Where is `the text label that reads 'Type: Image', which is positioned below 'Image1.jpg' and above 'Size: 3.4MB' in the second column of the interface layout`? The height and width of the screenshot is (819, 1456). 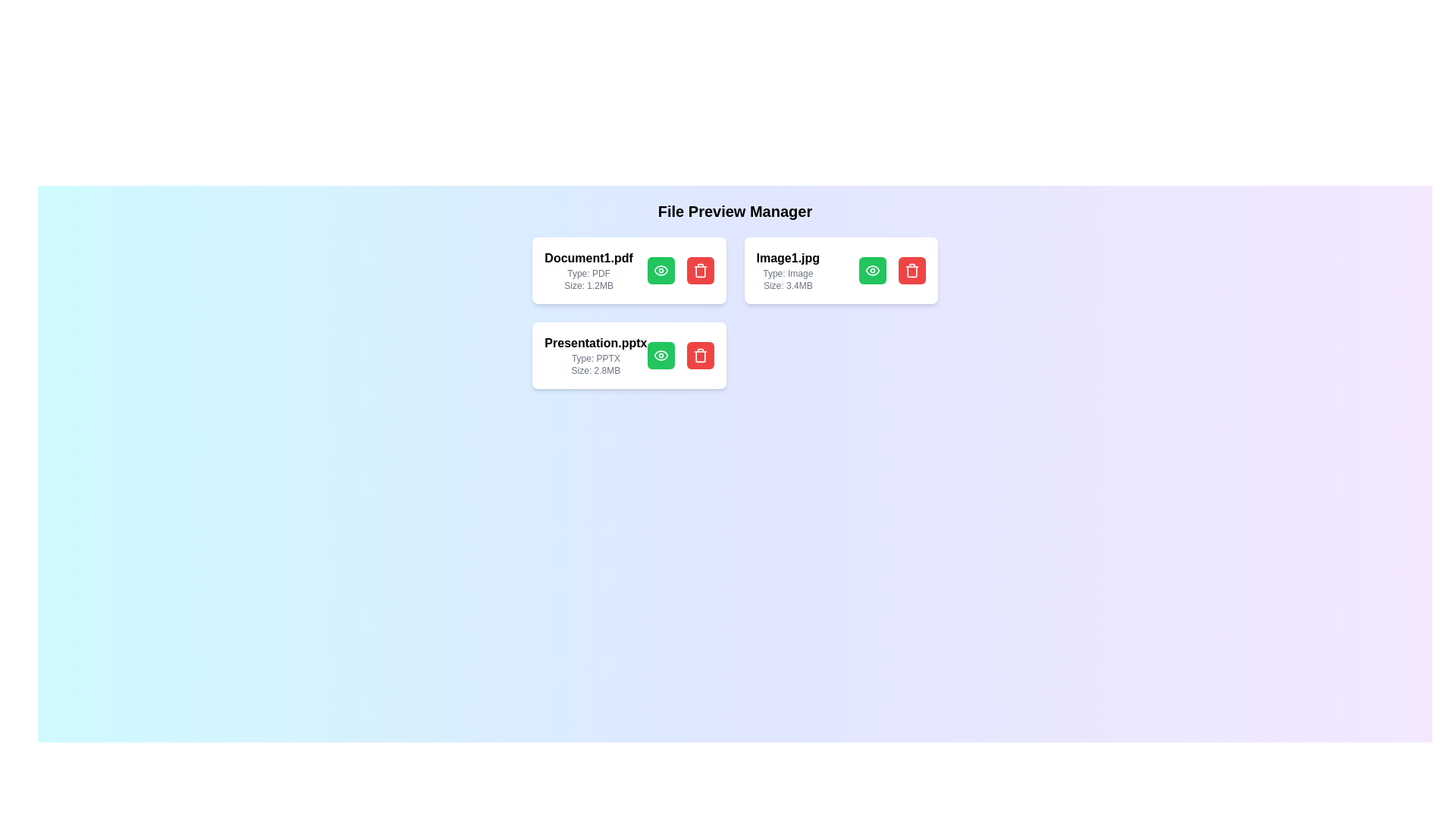 the text label that reads 'Type: Image', which is positioned below 'Image1.jpg' and above 'Size: 3.4MB' in the second column of the interface layout is located at coordinates (788, 274).